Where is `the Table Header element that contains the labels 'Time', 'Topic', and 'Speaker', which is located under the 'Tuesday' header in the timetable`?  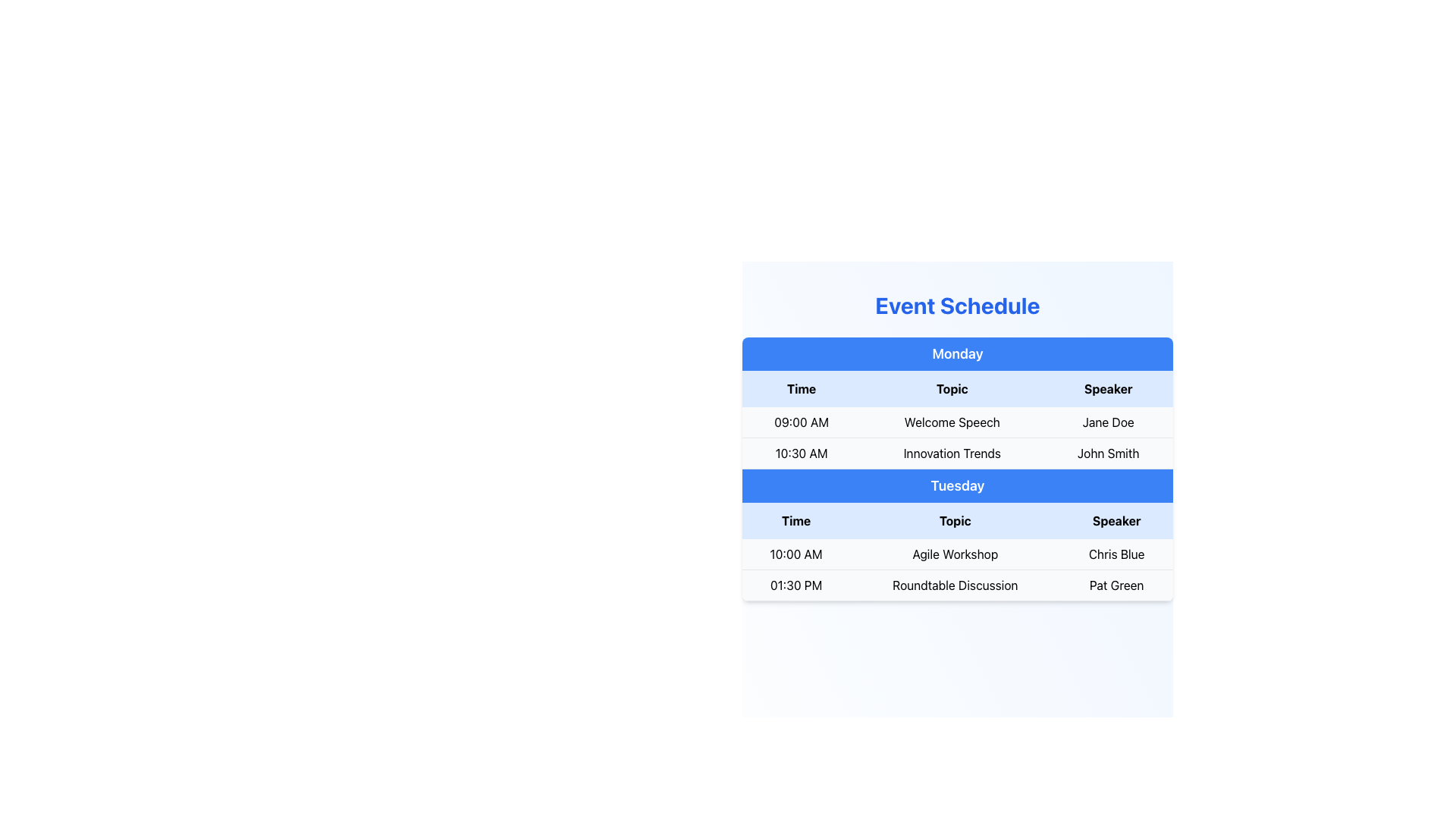 the Table Header element that contains the labels 'Time', 'Topic', and 'Speaker', which is located under the 'Tuesday' header in the timetable is located at coordinates (956, 519).